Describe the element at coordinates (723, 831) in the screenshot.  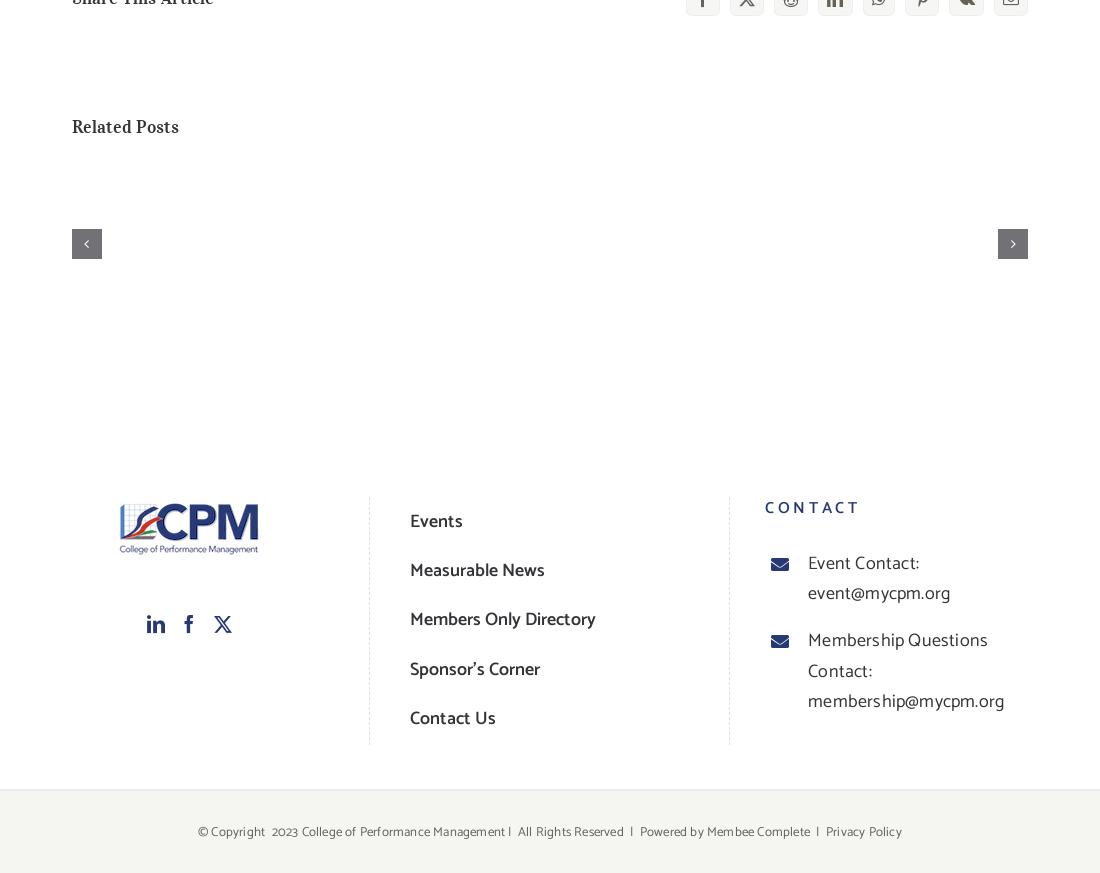
I see `'Powered by Membee Complete'` at that location.